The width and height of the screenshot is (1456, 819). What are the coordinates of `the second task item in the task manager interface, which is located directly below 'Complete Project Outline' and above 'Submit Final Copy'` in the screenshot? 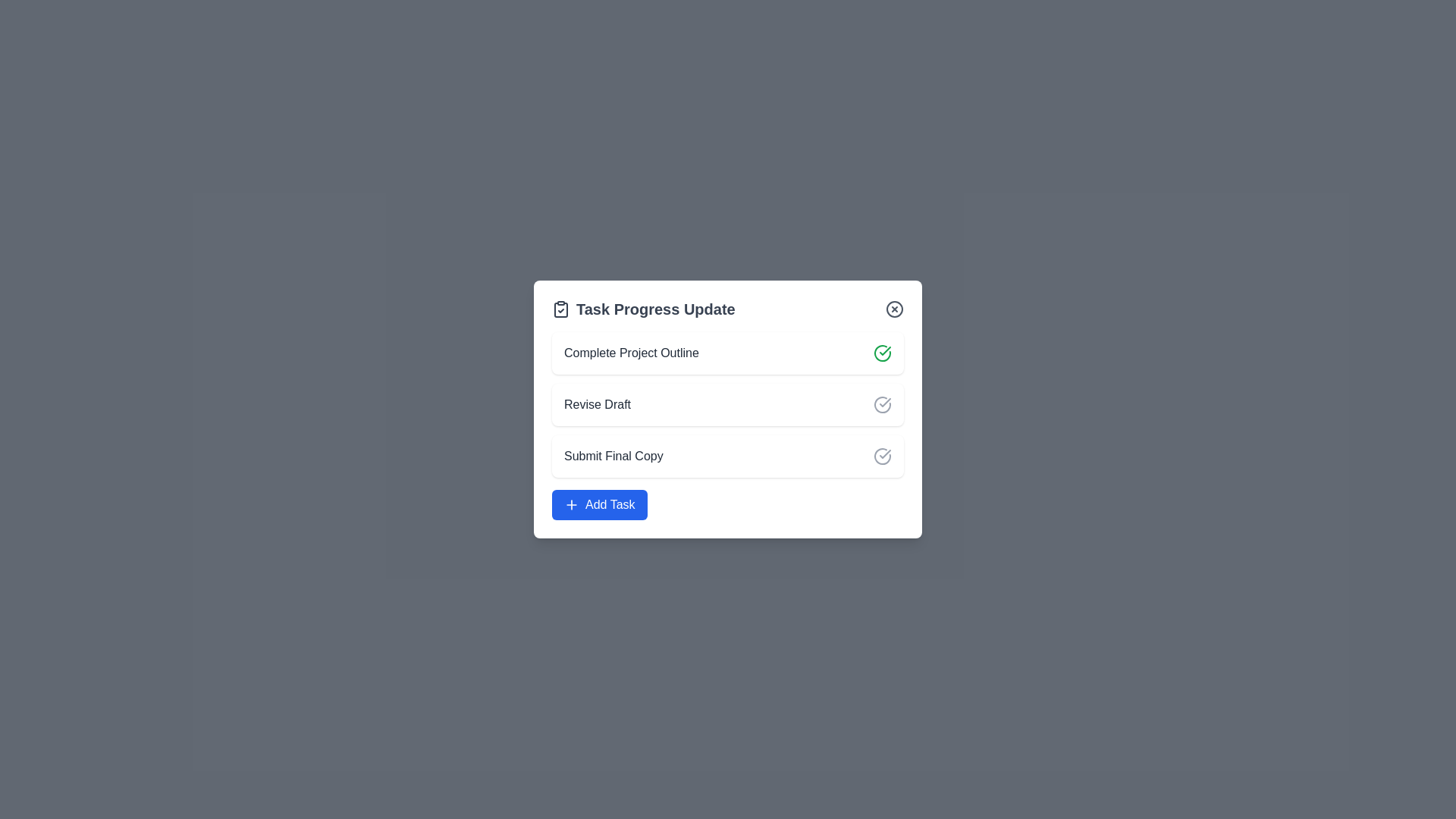 It's located at (728, 403).